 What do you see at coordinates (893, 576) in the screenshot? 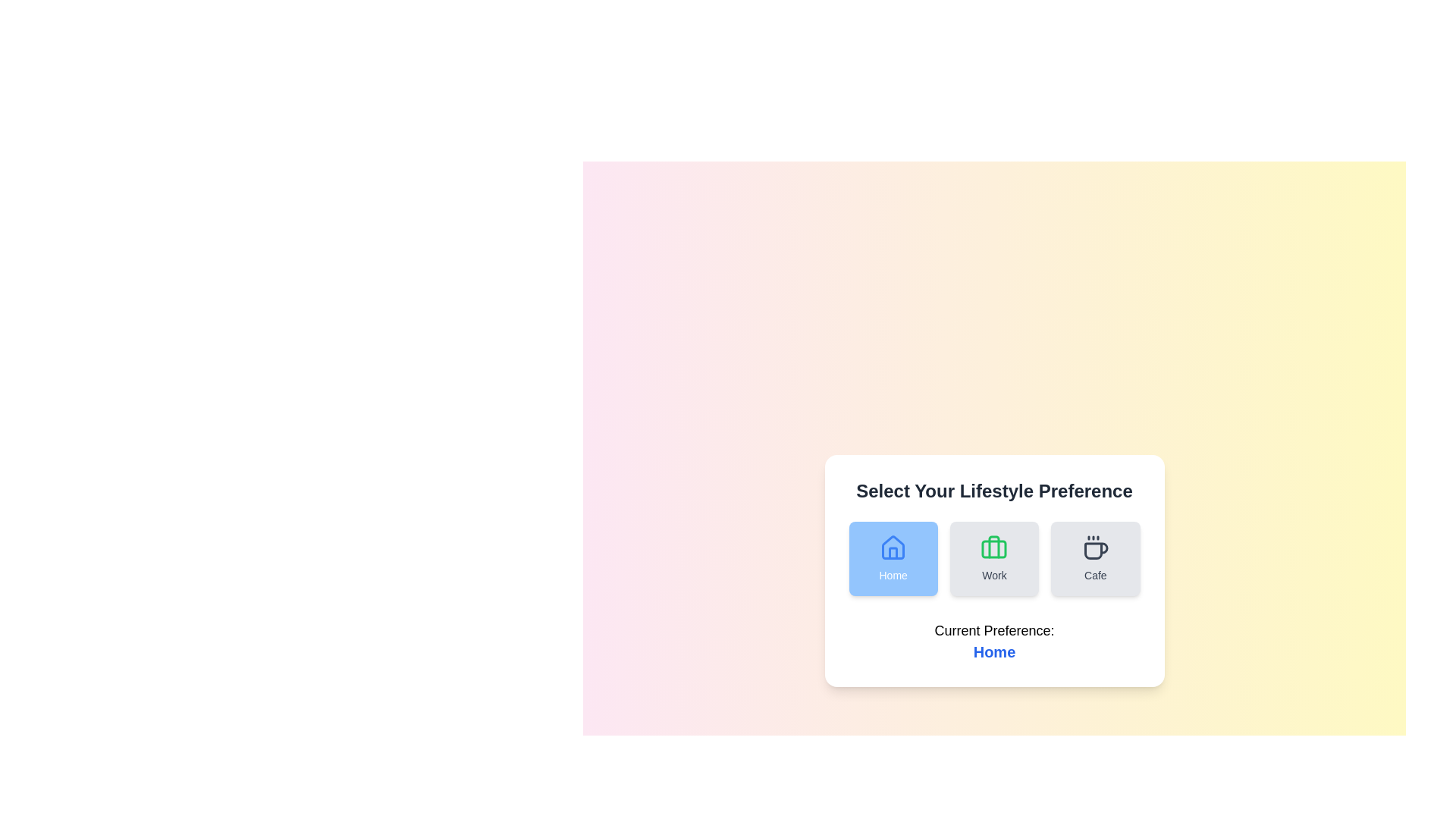
I see `the static text label that identifies the 'Home' lifestyle preference option, located beneath the house icon in the first card of the lifestyle preferences` at bounding box center [893, 576].